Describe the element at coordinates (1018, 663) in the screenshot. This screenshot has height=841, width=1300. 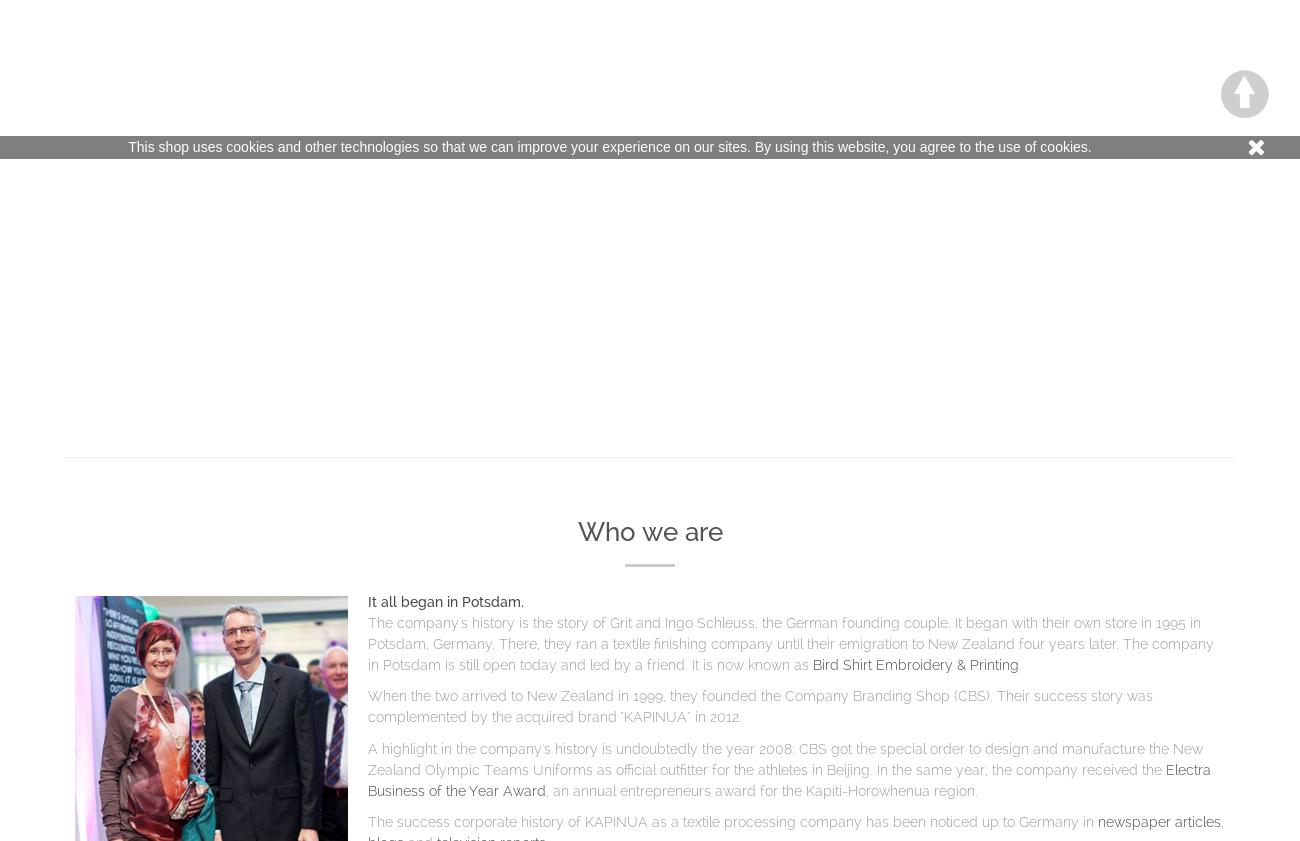
I see `'.'` at that location.